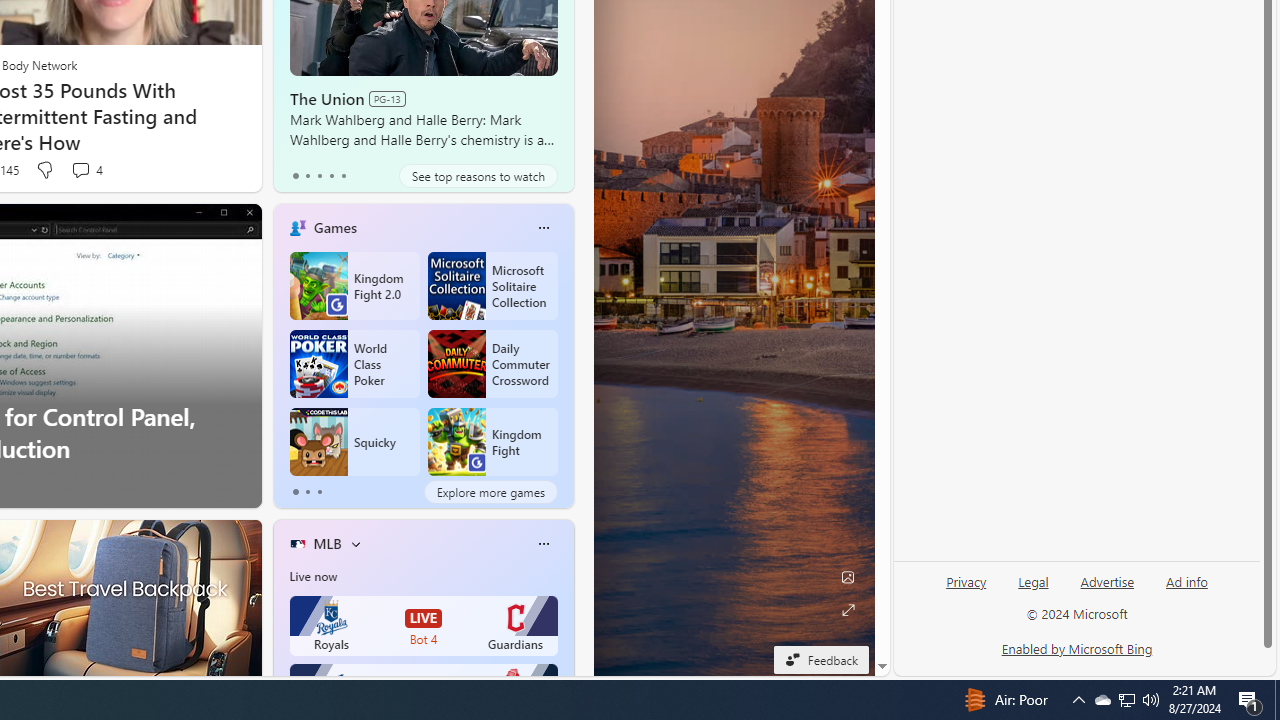  What do you see at coordinates (422, 625) in the screenshot?
I see `'Royals LIVE Bot 4 Guardians'` at bounding box center [422, 625].